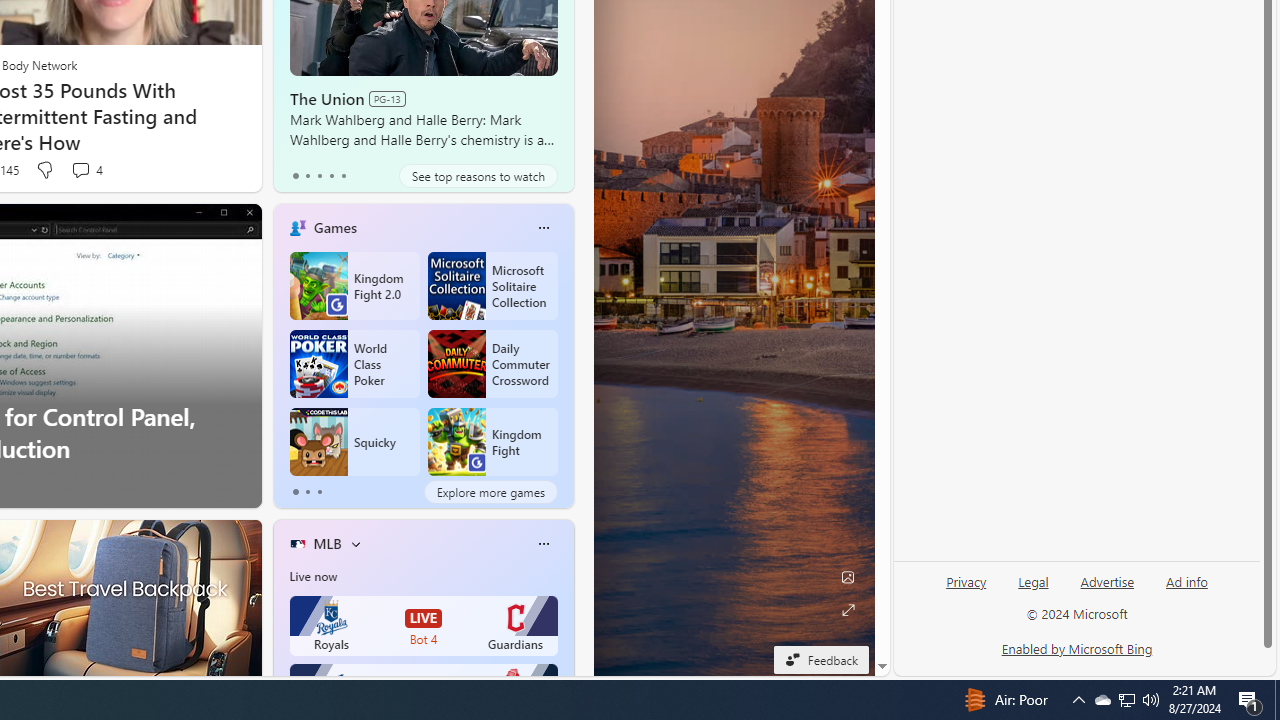  What do you see at coordinates (422, 625) in the screenshot?
I see `'Royals LIVE Bot 4 Guardians'` at bounding box center [422, 625].